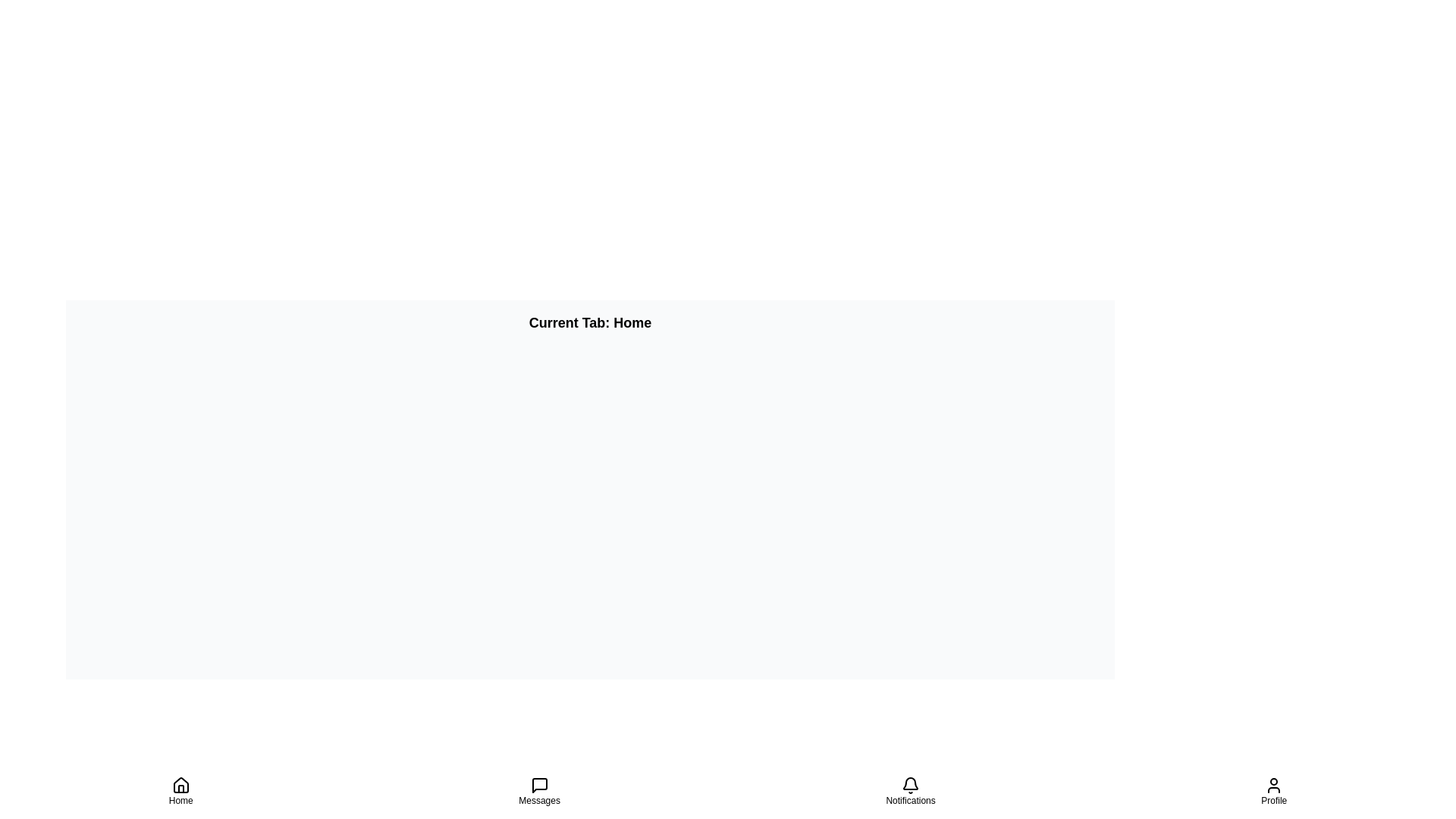 The image size is (1456, 819). What do you see at coordinates (180, 800) in the screenshot?
I see `the 'Home' text label located below the house-shaped icon in the bottom navigation bar` at bounding box center [180, 800].